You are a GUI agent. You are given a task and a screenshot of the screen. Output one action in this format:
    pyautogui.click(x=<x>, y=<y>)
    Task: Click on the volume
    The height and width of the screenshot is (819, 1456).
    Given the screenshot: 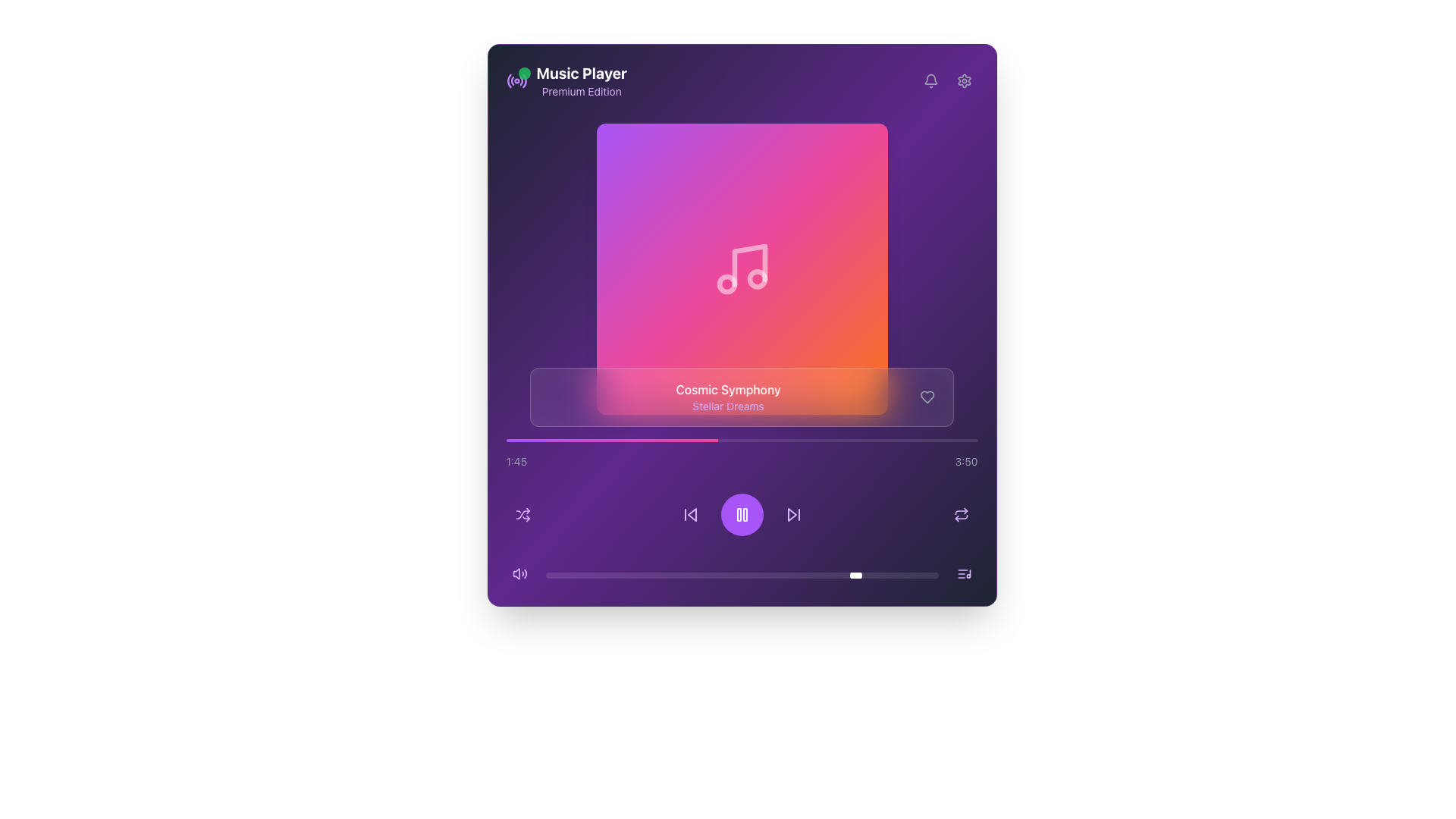 What is the action you would take?
    pyautogui.click(x=576, y=576)
    